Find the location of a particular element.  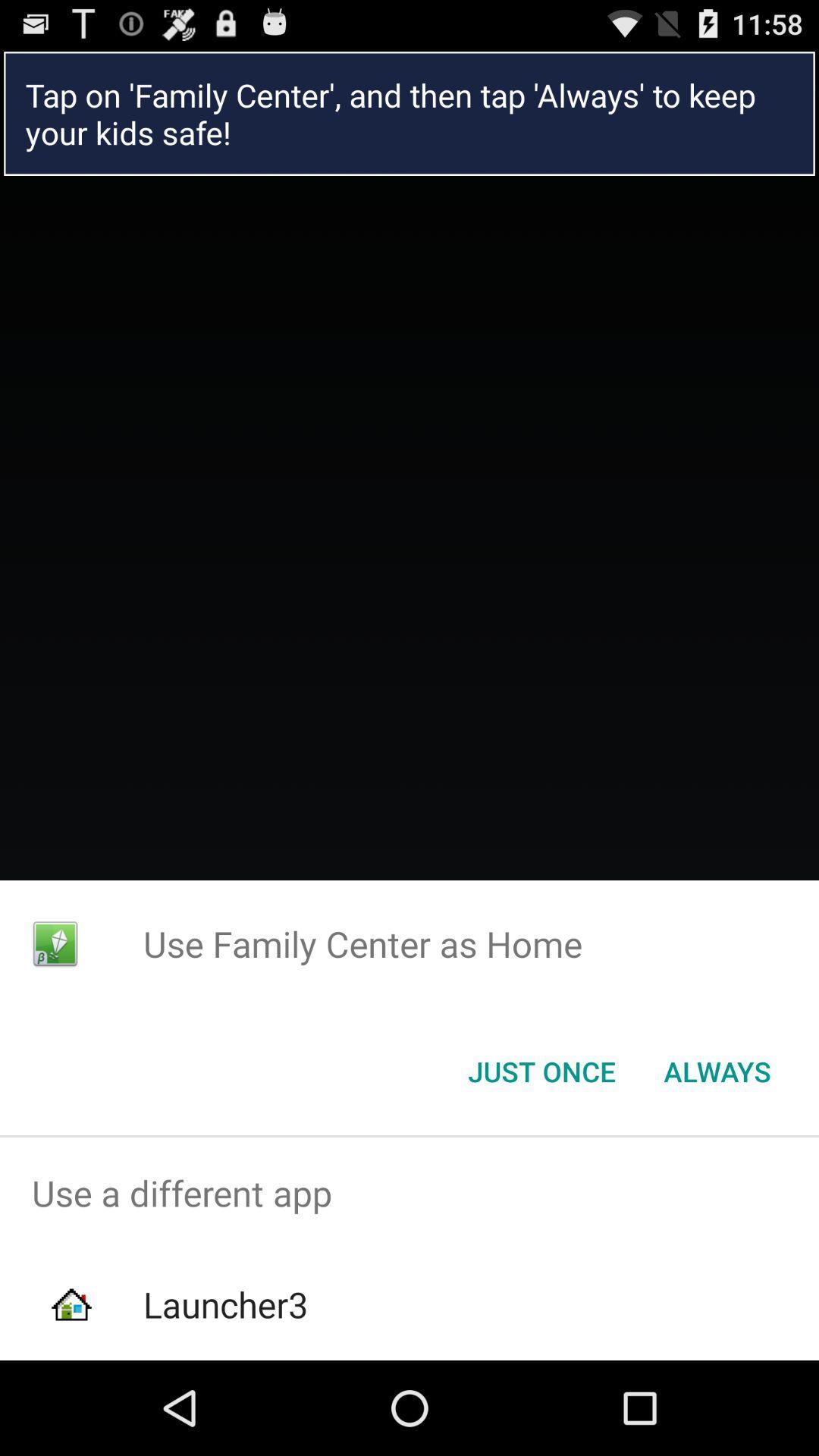

the item below use a different app is located at coordinates (225, 1304).